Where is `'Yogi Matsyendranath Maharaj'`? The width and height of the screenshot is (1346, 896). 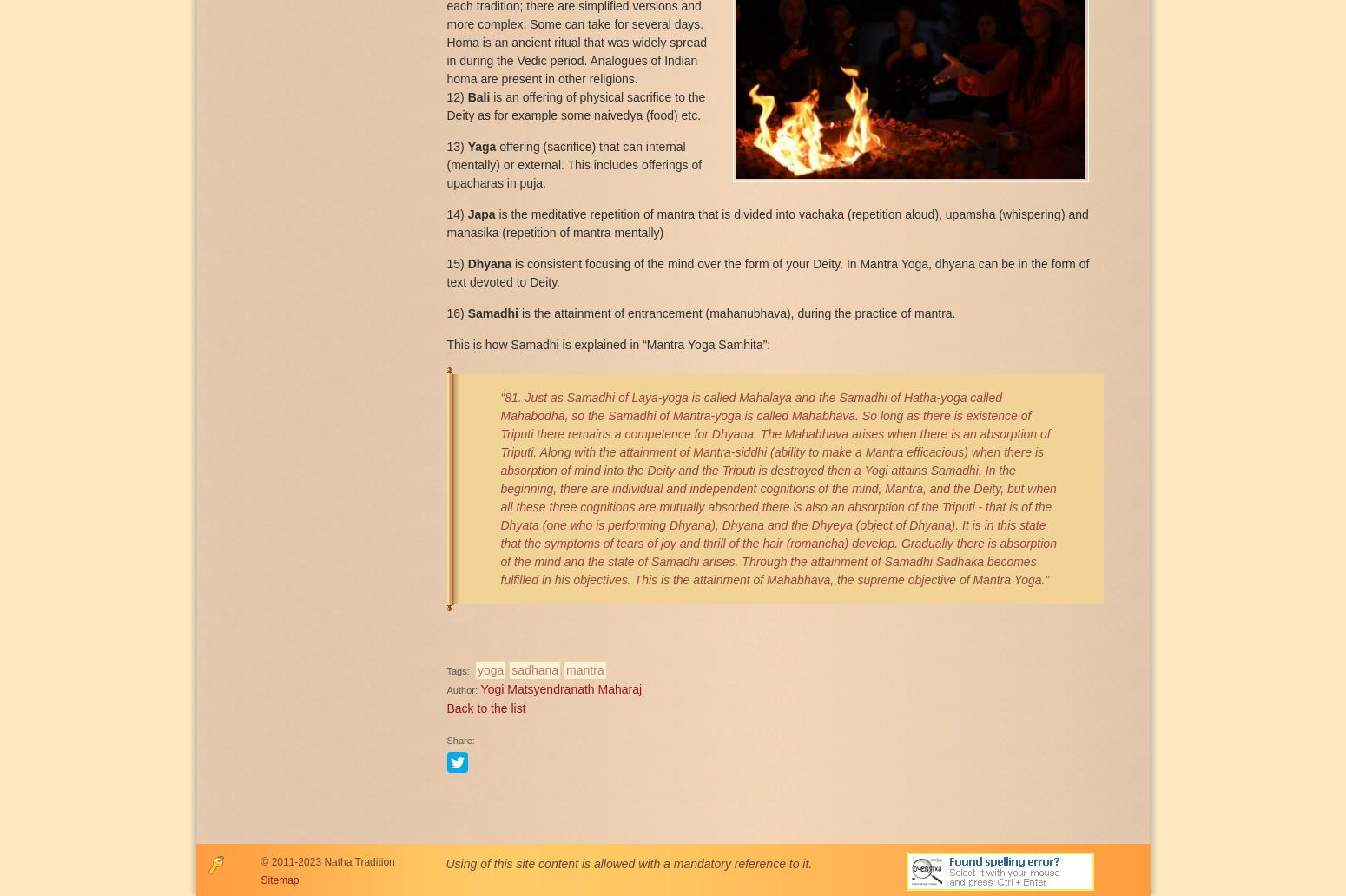 'Yogi Matsyendranath Maharaj' is located at coordinates (560, 688).